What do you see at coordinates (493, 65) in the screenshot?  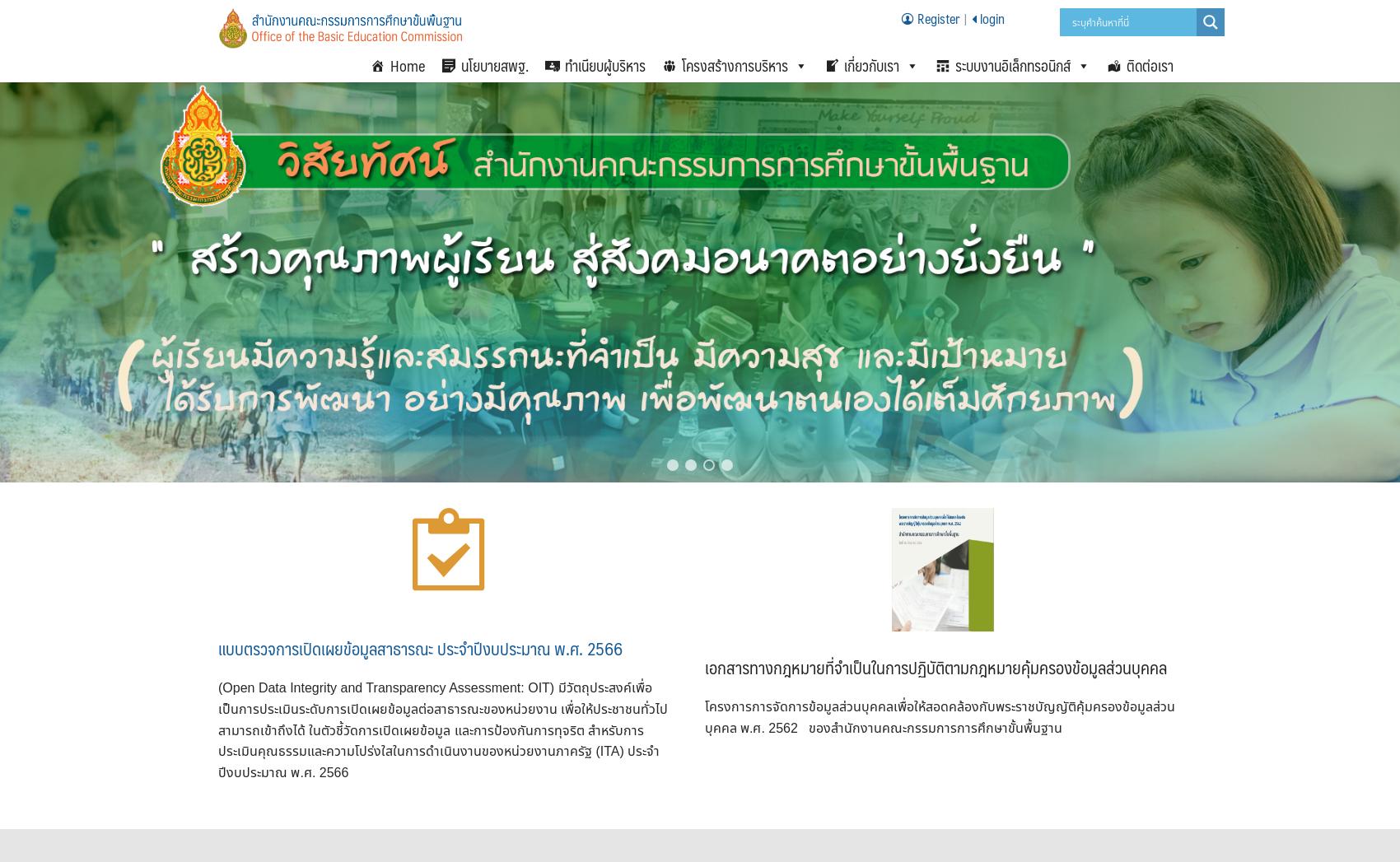 I see `'นโยบายสพฐ.'` at bounding box center [493, 65].